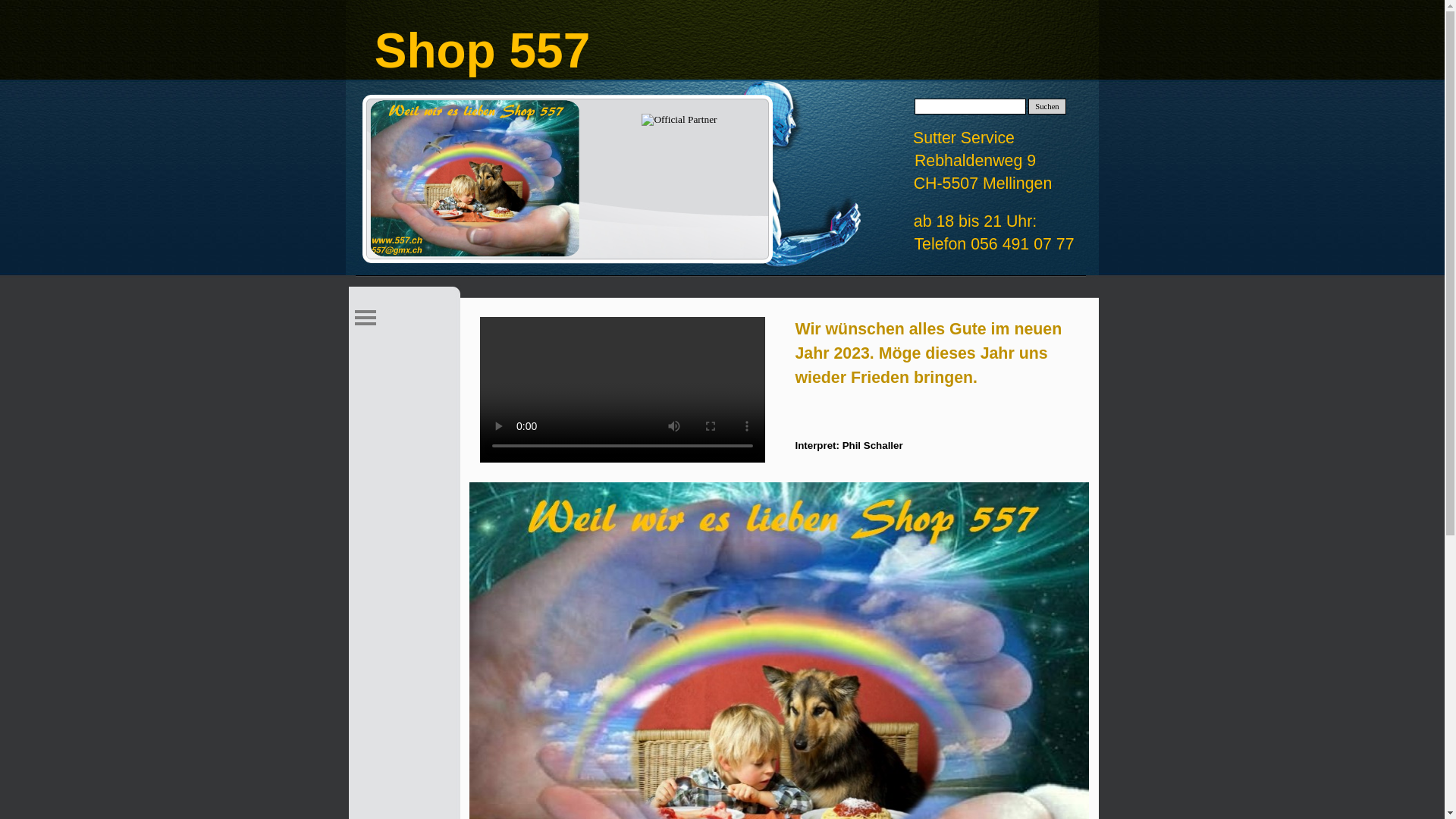 This screenshot has width=1456, height=819. What do you see at coordinates (641, 119) in the screenshot?
I see `'Official Partner'` at bounding box center [641, 119].